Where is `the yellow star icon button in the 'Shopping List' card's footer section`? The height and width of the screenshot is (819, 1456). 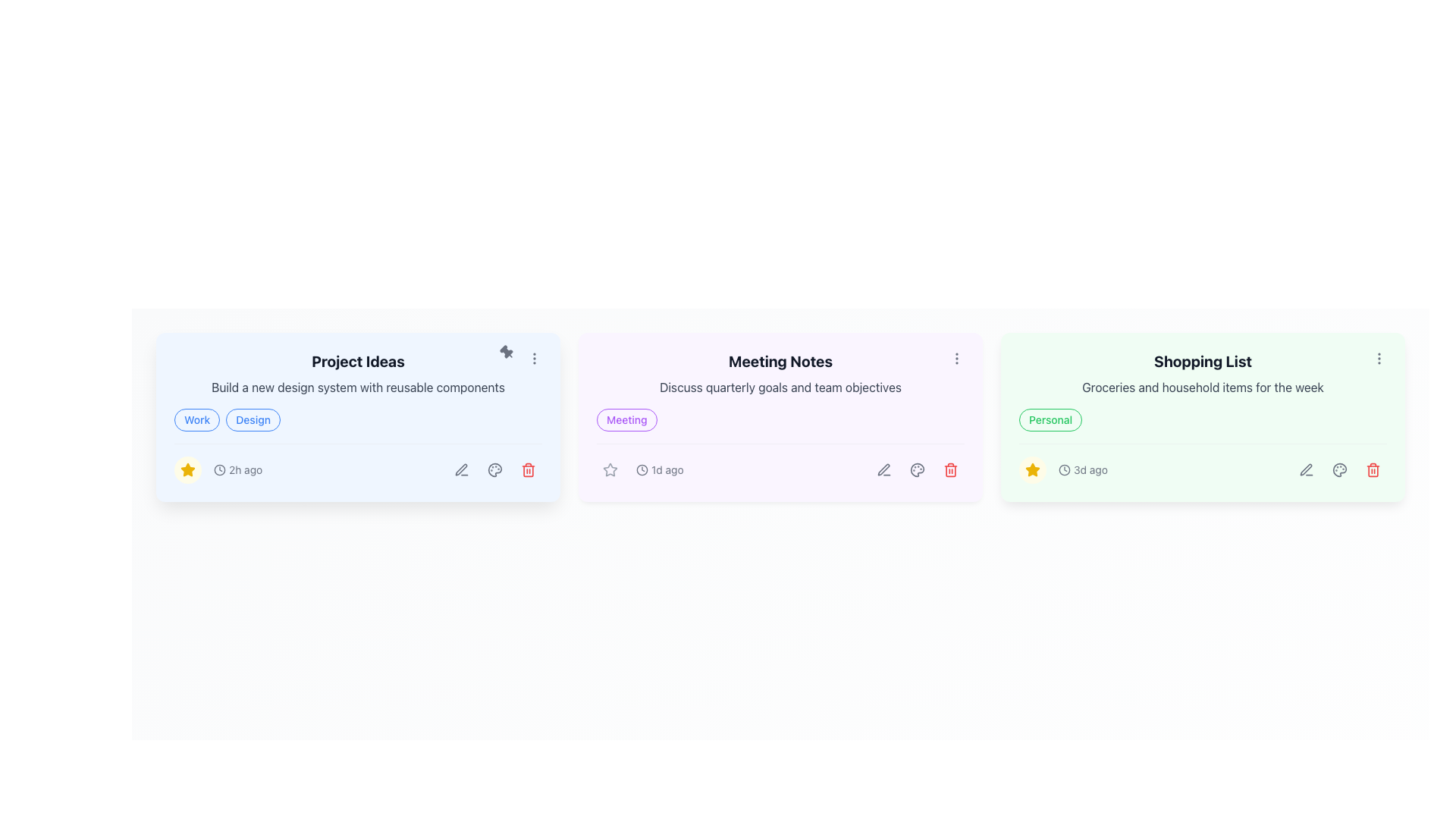 the yellow star icon button in the 'Shopping List' card's footer section is located at coordinates (1032, 469).